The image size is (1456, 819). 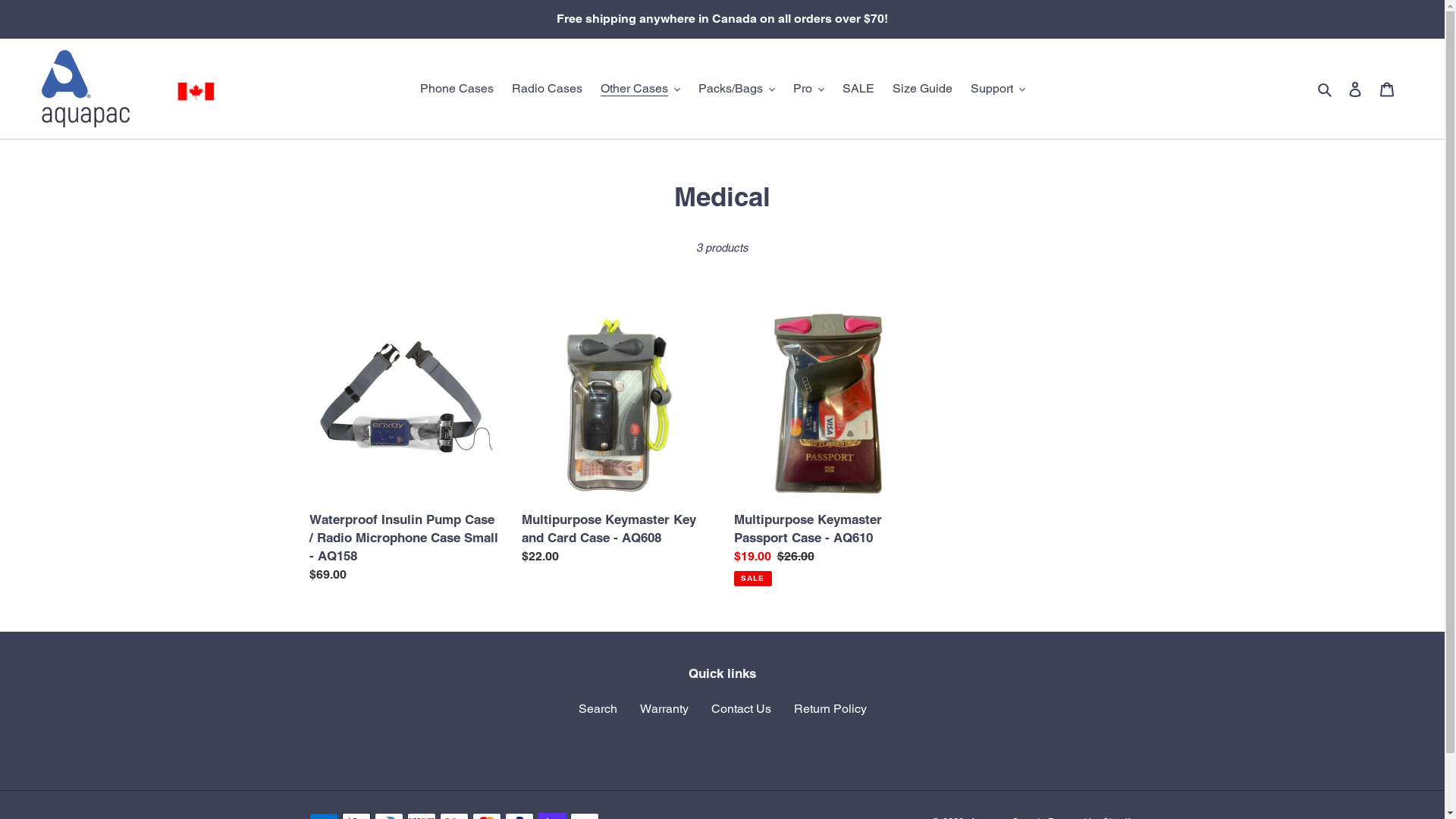 What do you see at coordinates (664, 708) in the screenshot?
I see `'Warranty'` at bounding box center [664, 708].